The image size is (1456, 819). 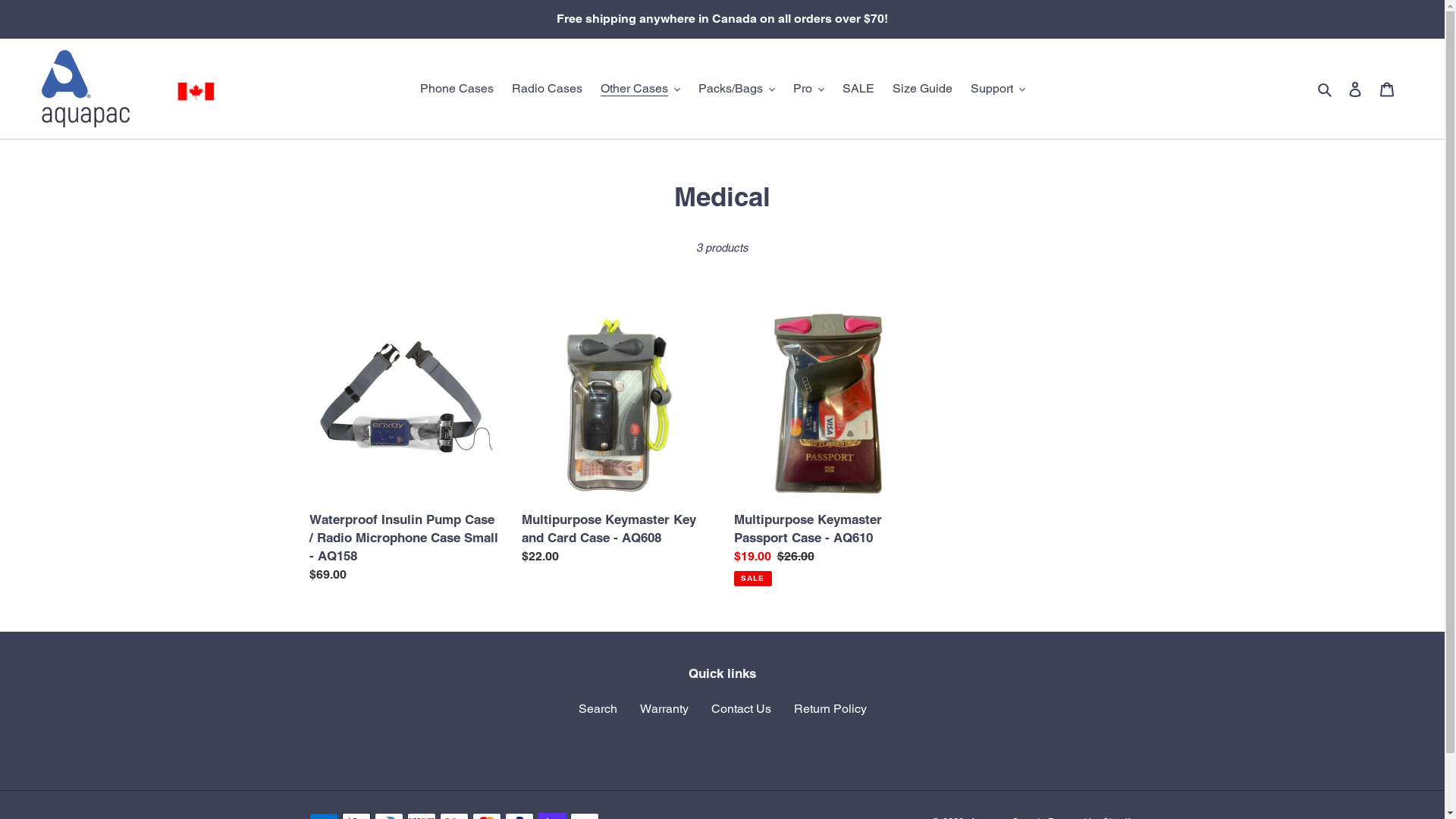 What do you see at coordinates (664, 708) in the screenshot?
I see `'Warranty'` at bounding box center [664, 708].